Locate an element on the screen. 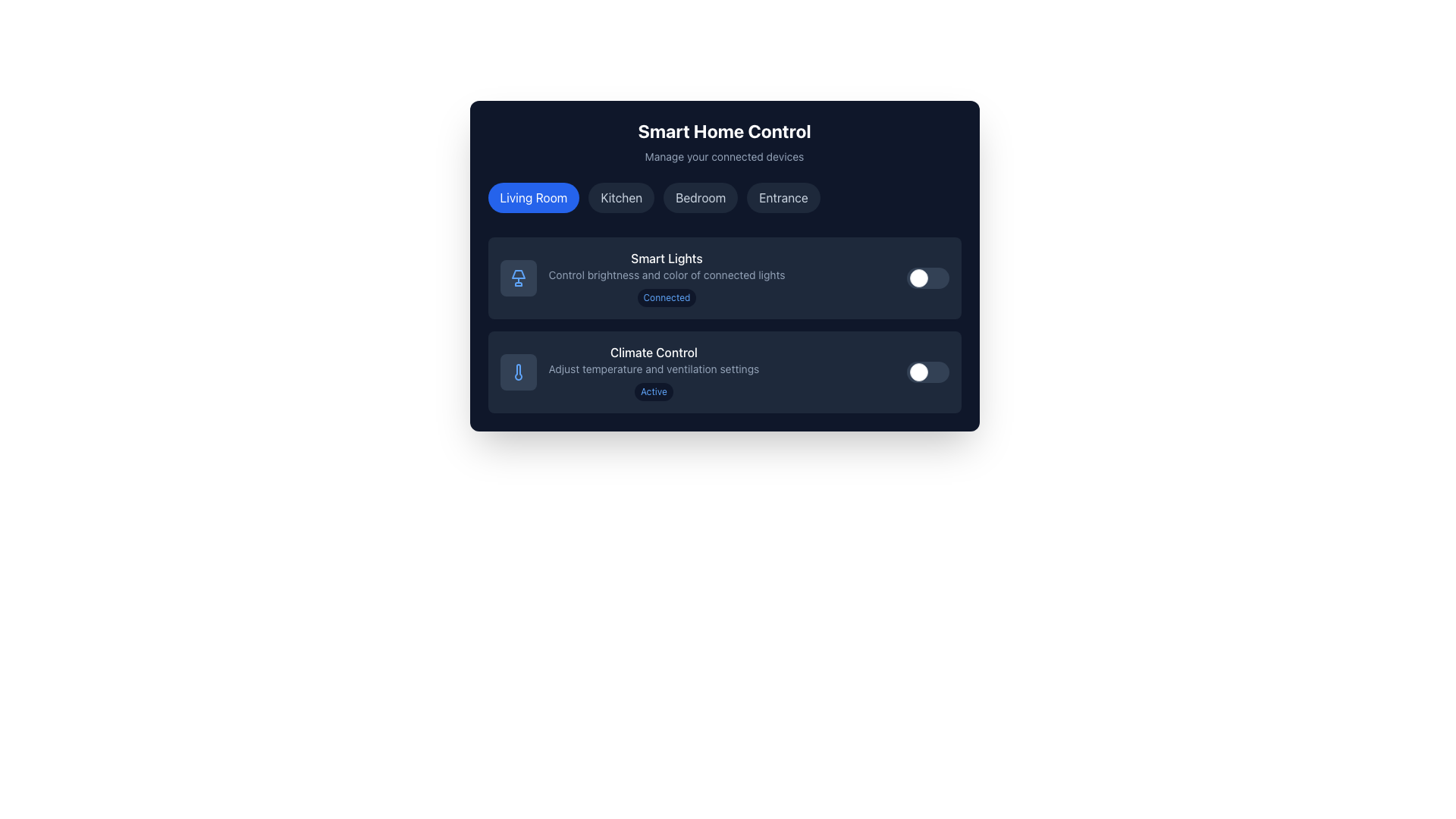 This screenshot has width=1456, height=819. the Information and control card for smart lights, which is centrally positioned above the Climate Control card in the interface is located at coordinates (642, 278).